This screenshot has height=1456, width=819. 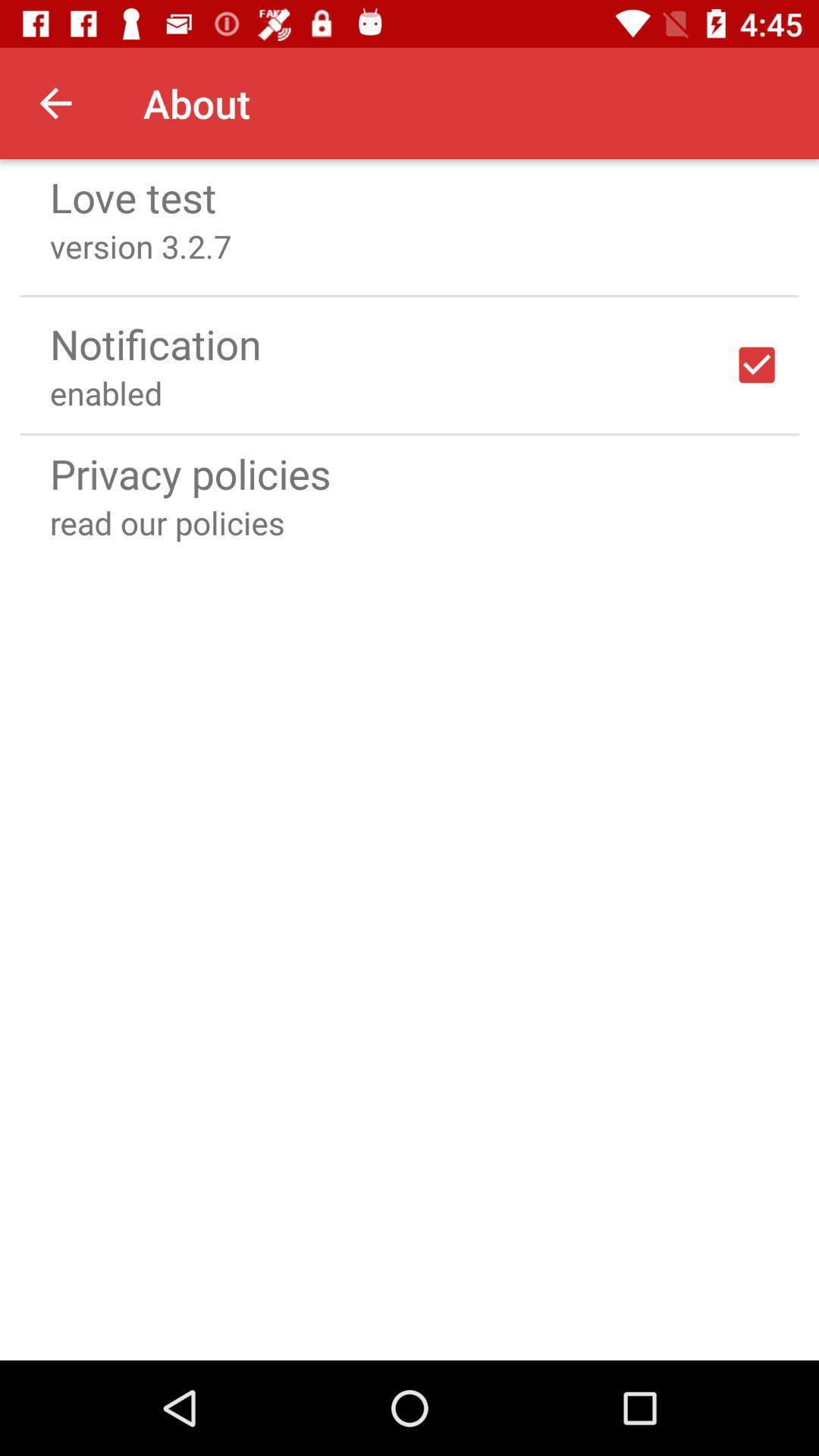 What do you see at coordinates (757, 365) in the screenshot?
I see `item next to notification` at bounding box center [757, 365].